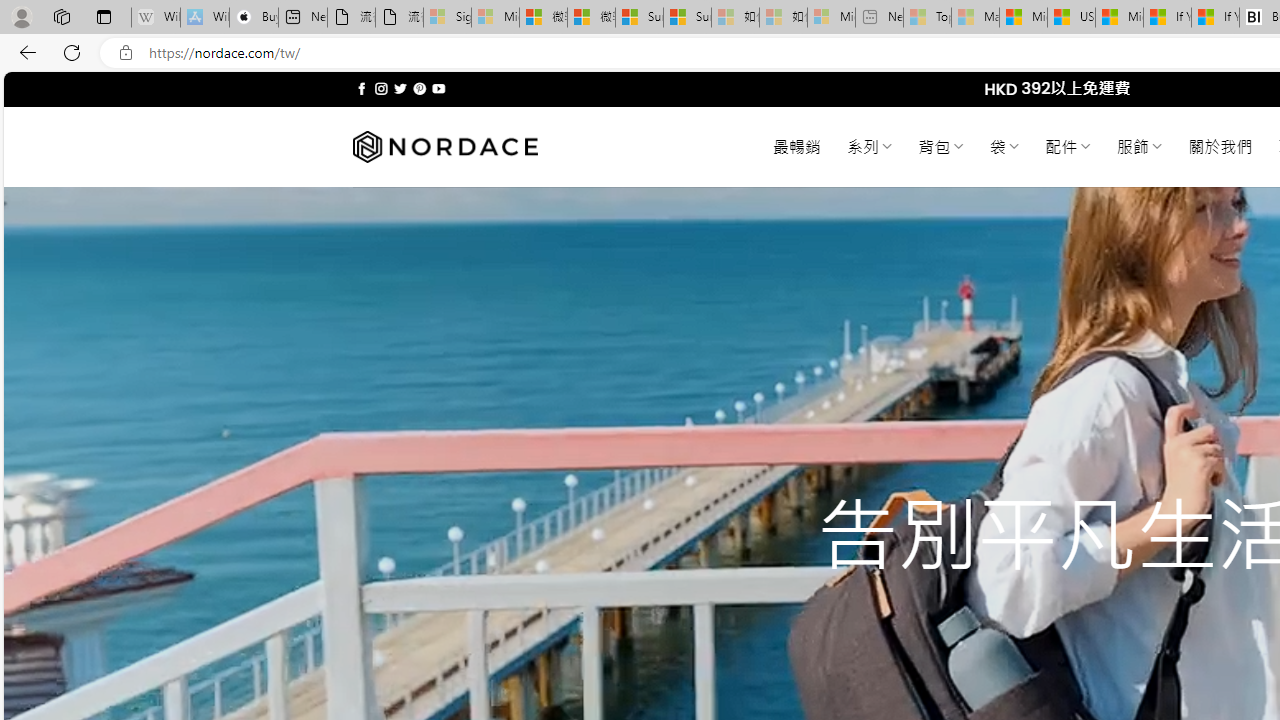  What do you see at coordinates (926, 17) in the screenshot?
I see `'Top Stories - MSN - Sleeping'` at bounding box center [926, 17].